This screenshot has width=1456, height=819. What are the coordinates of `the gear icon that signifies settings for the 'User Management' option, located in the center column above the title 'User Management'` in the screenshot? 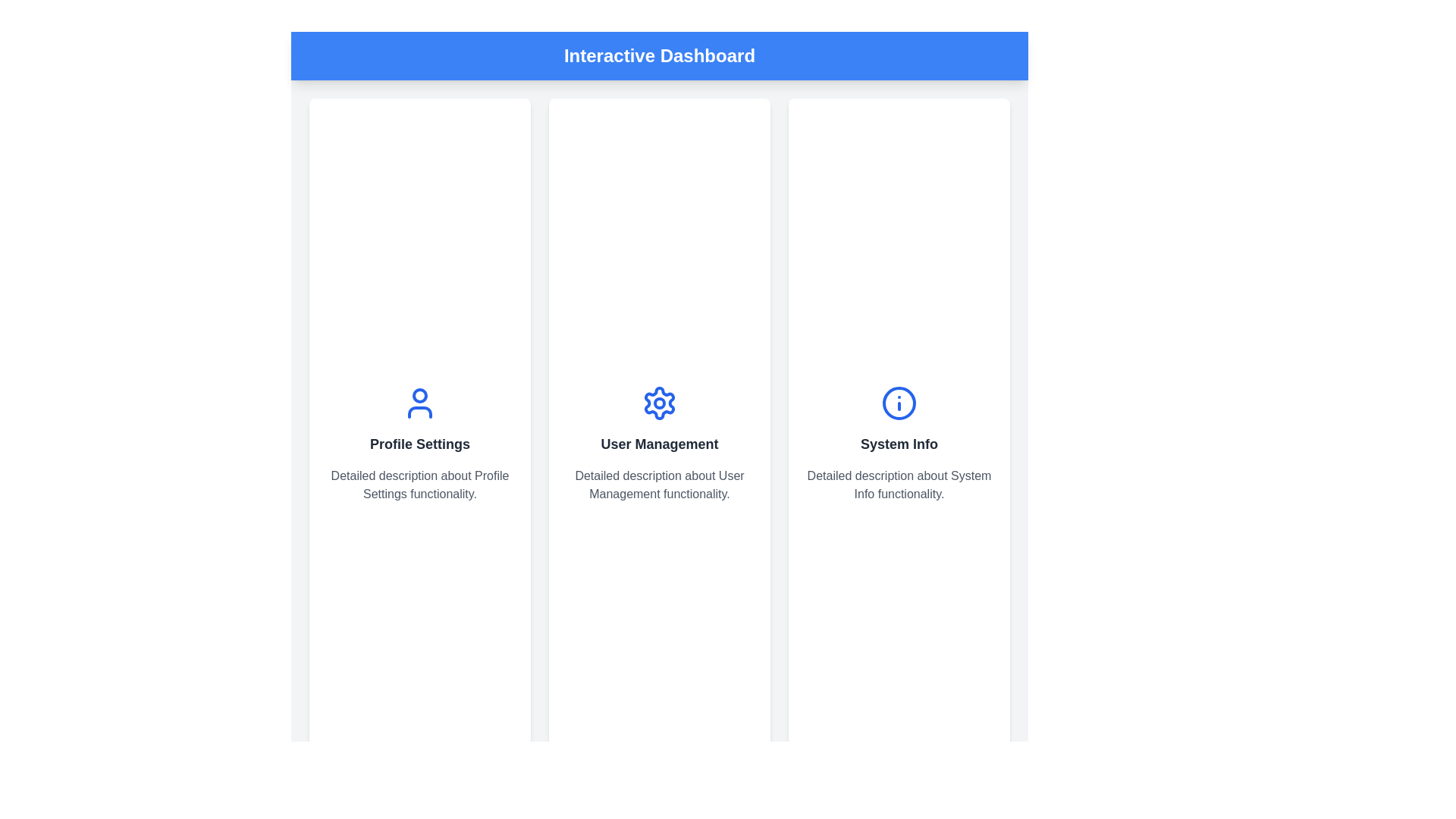 It's located at (659, 403).